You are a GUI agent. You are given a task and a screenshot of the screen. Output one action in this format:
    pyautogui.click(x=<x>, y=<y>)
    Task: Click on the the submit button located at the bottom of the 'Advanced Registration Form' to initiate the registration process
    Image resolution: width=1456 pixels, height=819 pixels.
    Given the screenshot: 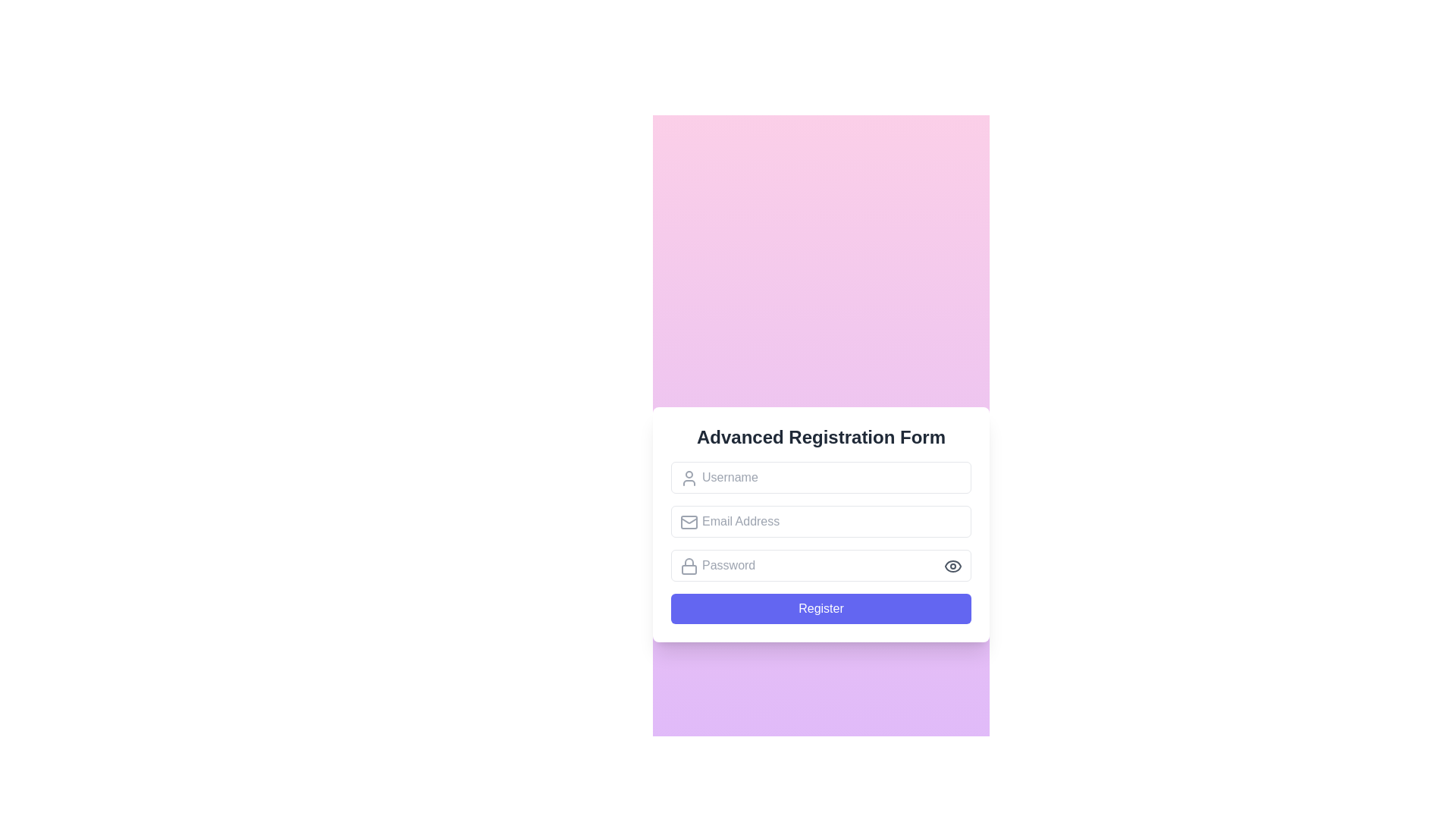 What is the action you would take?
    pyautogui.click(x=821, y=607)
    